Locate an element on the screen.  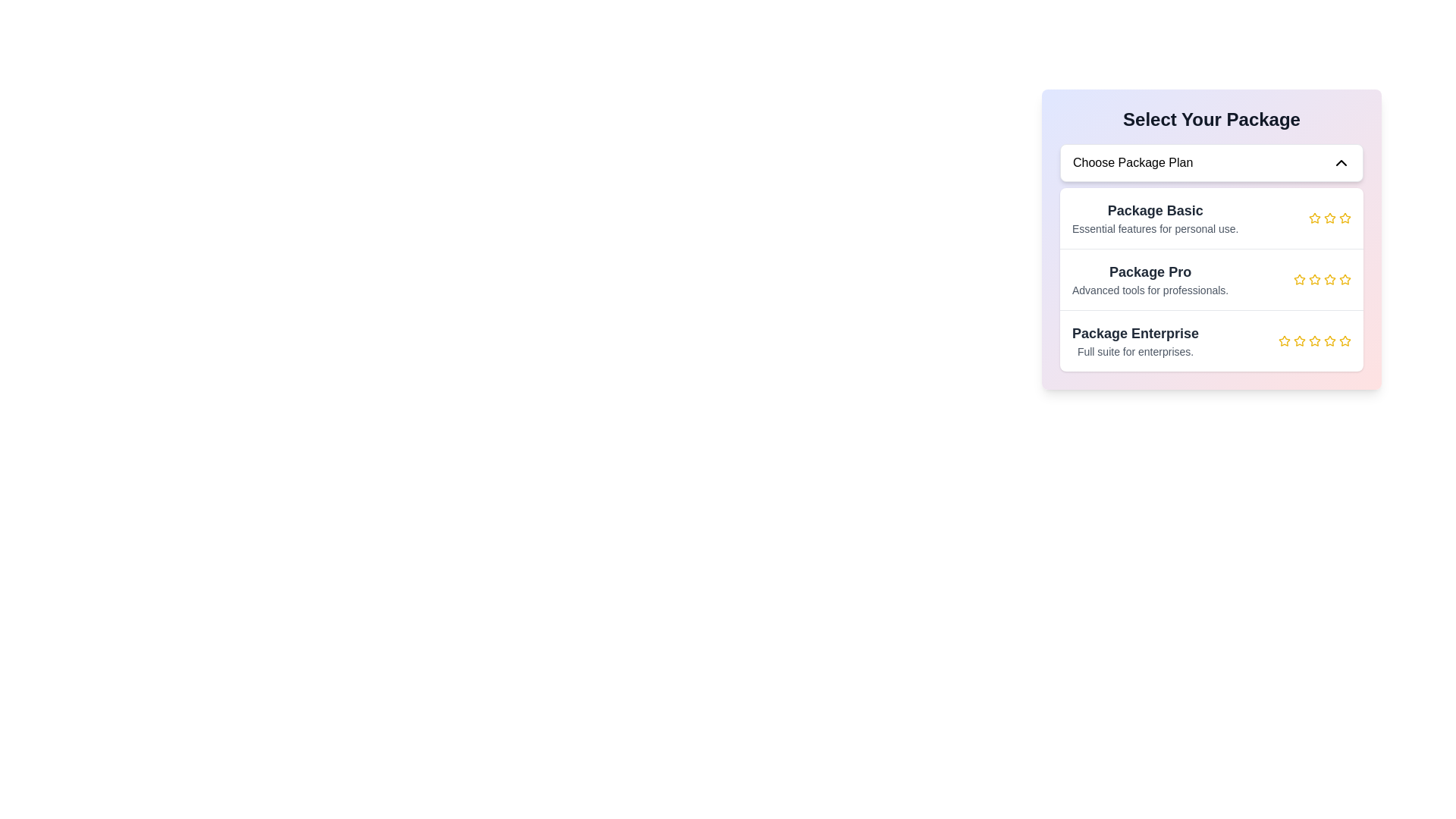
the first star icon located to the right of the 'Package Enterprise' plan description to rate it is located at coordinates (1284, 341).